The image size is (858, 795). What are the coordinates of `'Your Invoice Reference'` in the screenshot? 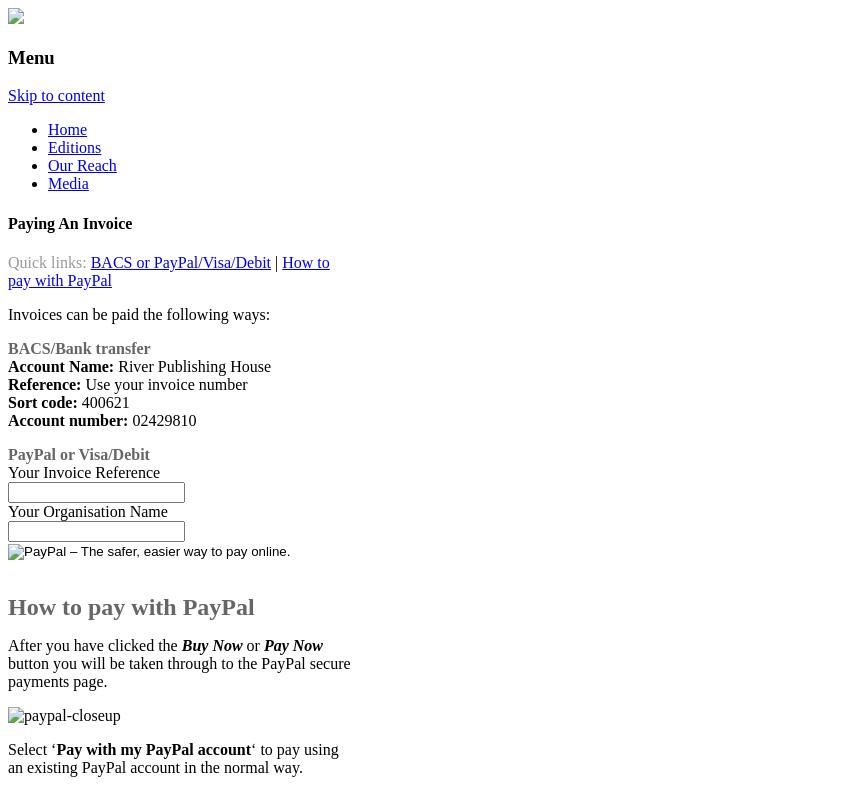 It's located at (82, 471).